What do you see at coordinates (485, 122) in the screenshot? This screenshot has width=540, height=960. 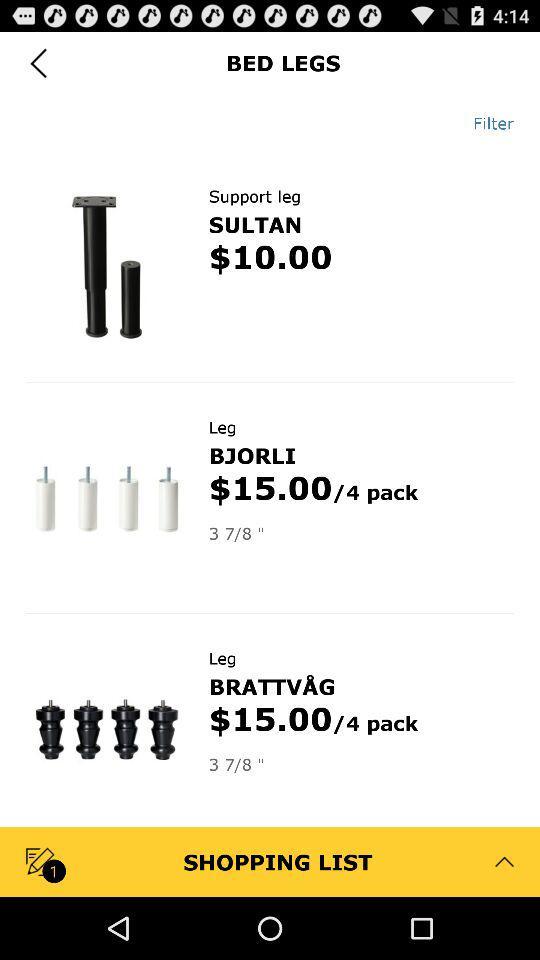 I see `app at the top right corner` at bounding box center [485, 122].